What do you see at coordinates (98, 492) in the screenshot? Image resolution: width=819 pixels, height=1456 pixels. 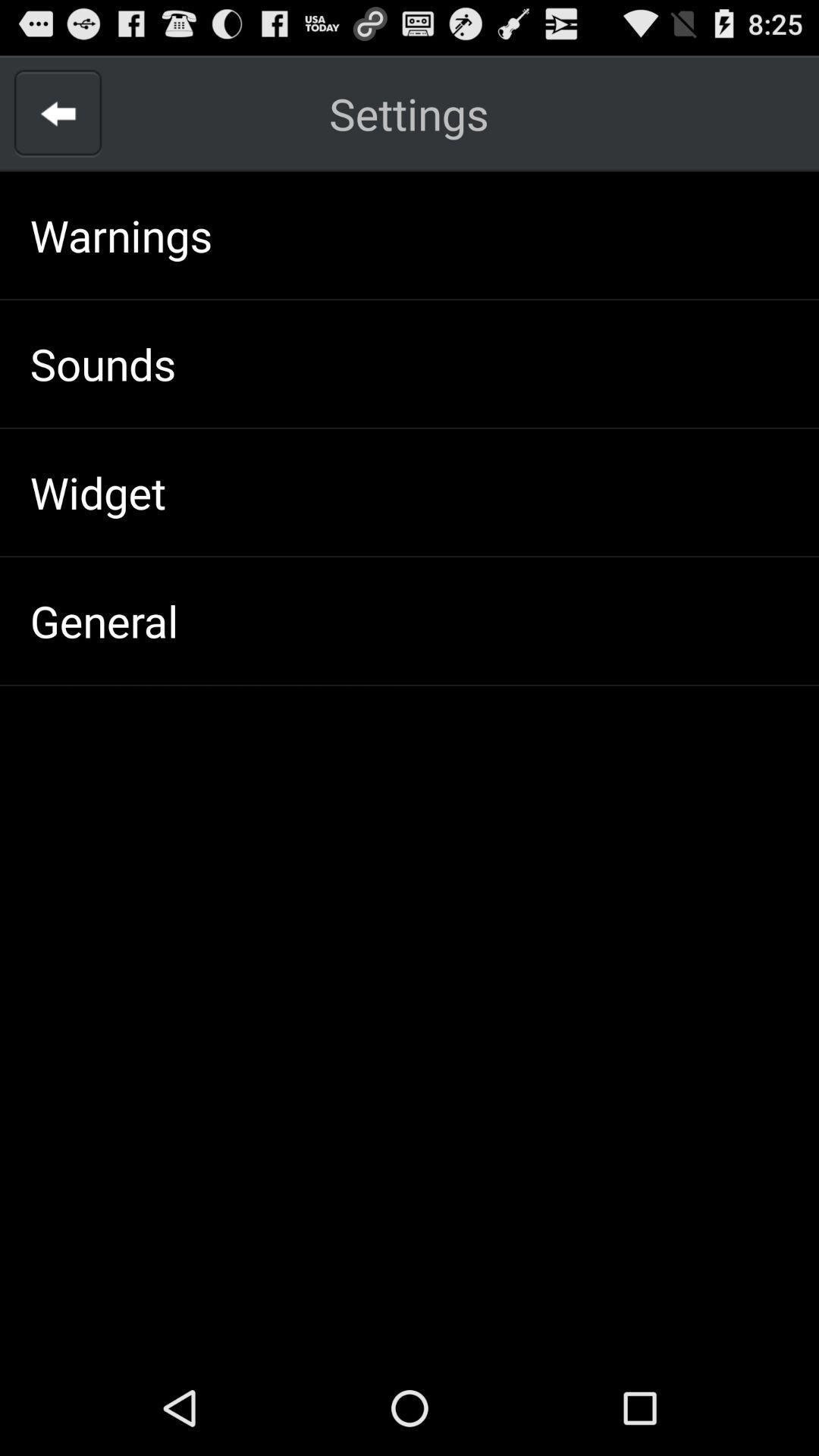 I see `widget item` at bounding box center [98, 492].